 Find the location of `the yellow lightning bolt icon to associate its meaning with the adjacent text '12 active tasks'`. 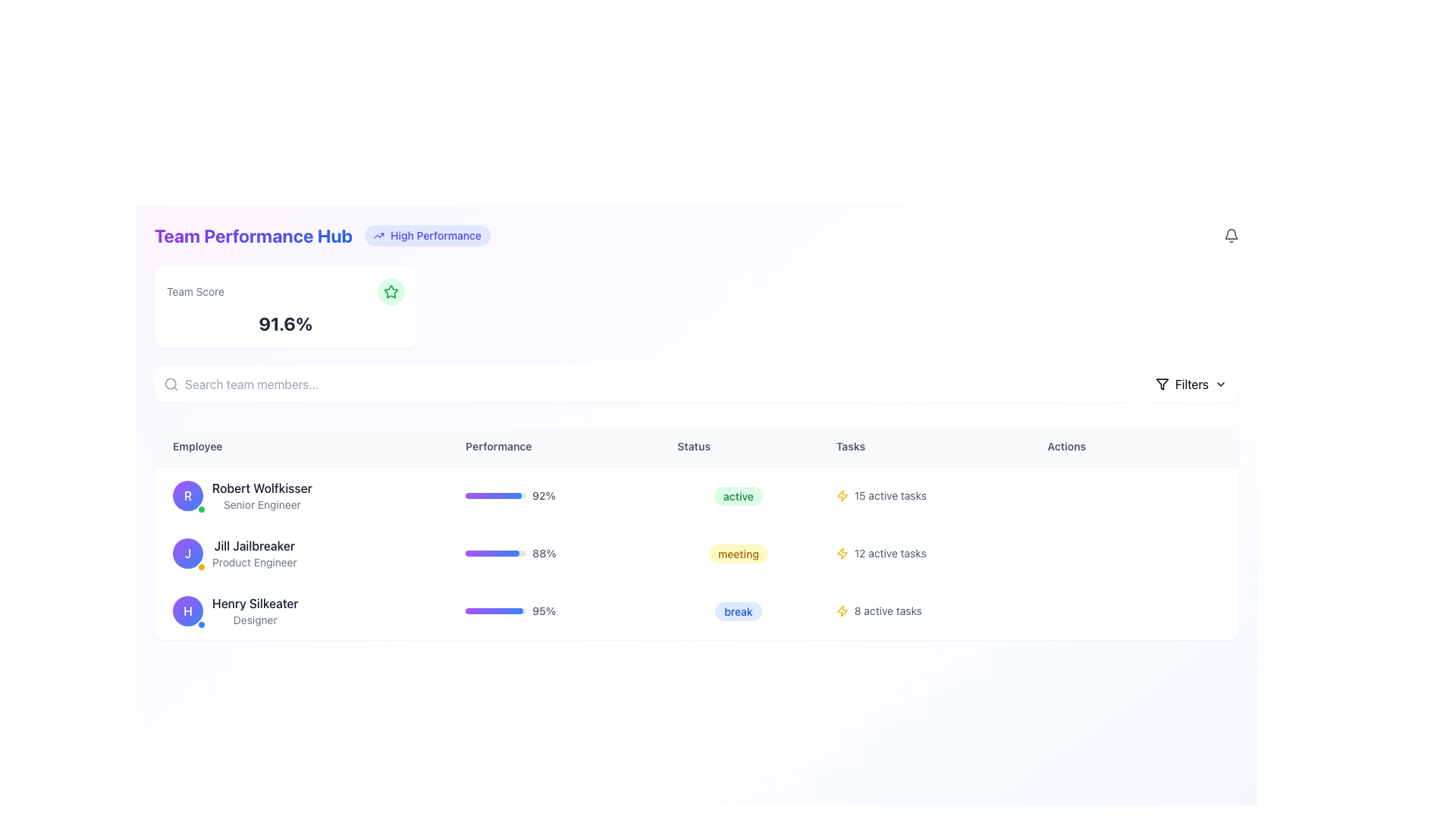

the yellow lightning bolt icon to associate its meaning with the adjacent text '12 active tasks' is located at coordinates (841, 553).